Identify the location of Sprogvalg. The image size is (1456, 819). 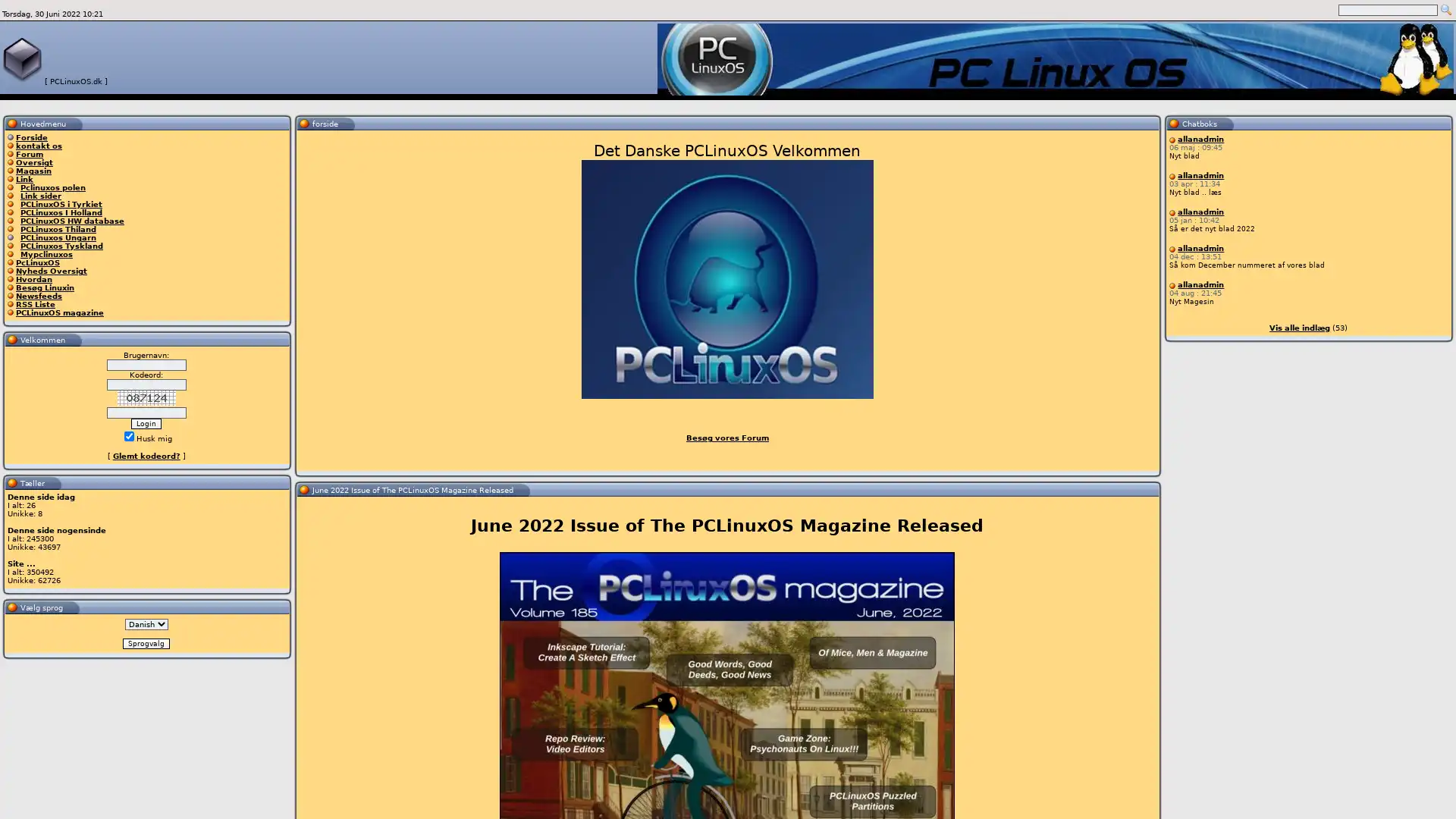
(146, 643).